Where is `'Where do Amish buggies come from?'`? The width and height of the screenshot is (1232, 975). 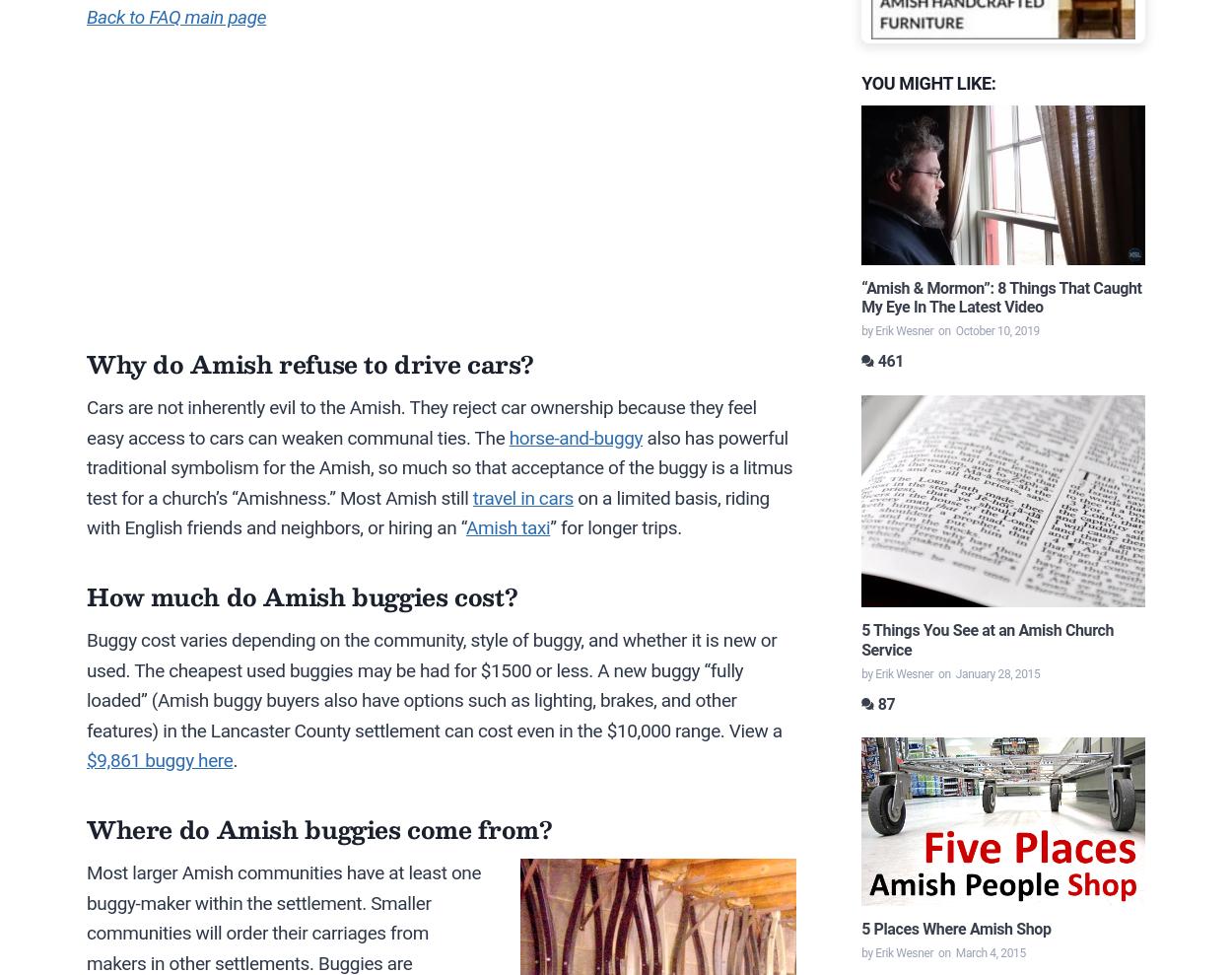 'Where do Amish buggies come from?' is located at coordinates (318, 829).